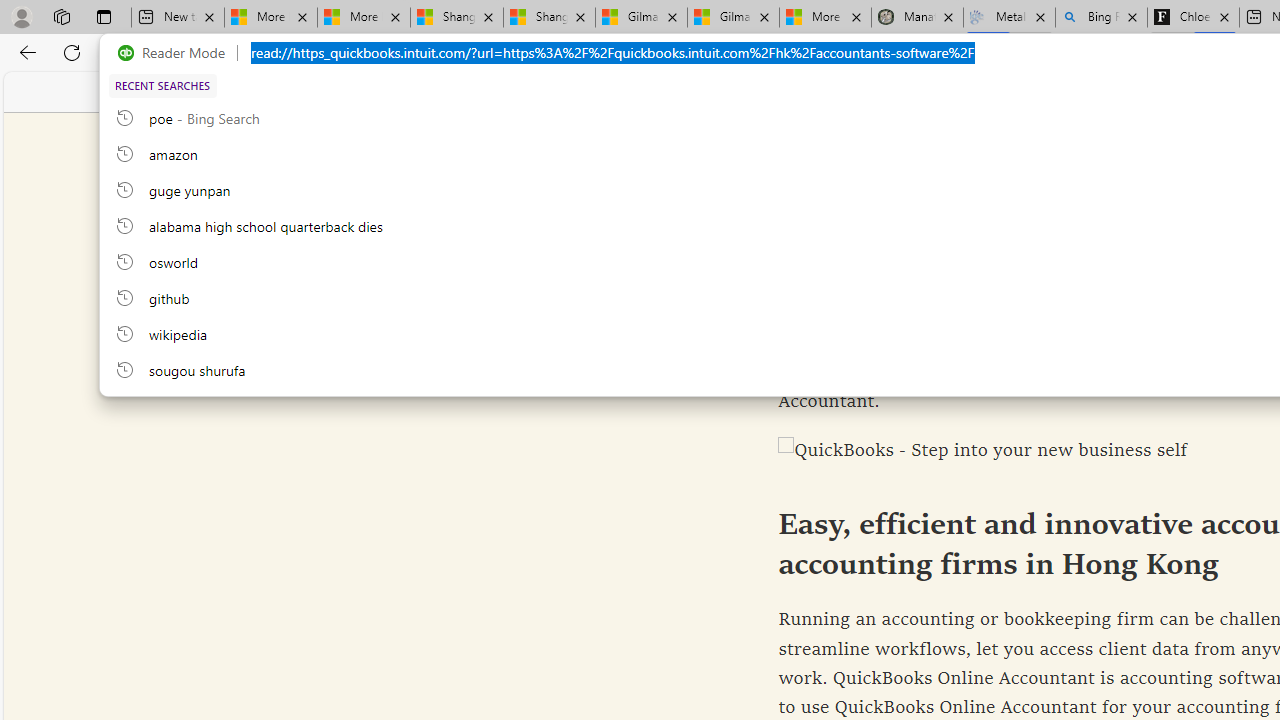 Image resolution: width=1280 pixels, height=720 pixels. Describe the element at coordinates (1100, 17) in the screenshot. I see `'Bing Real Estate - Home sales and rental listings'` at that location.